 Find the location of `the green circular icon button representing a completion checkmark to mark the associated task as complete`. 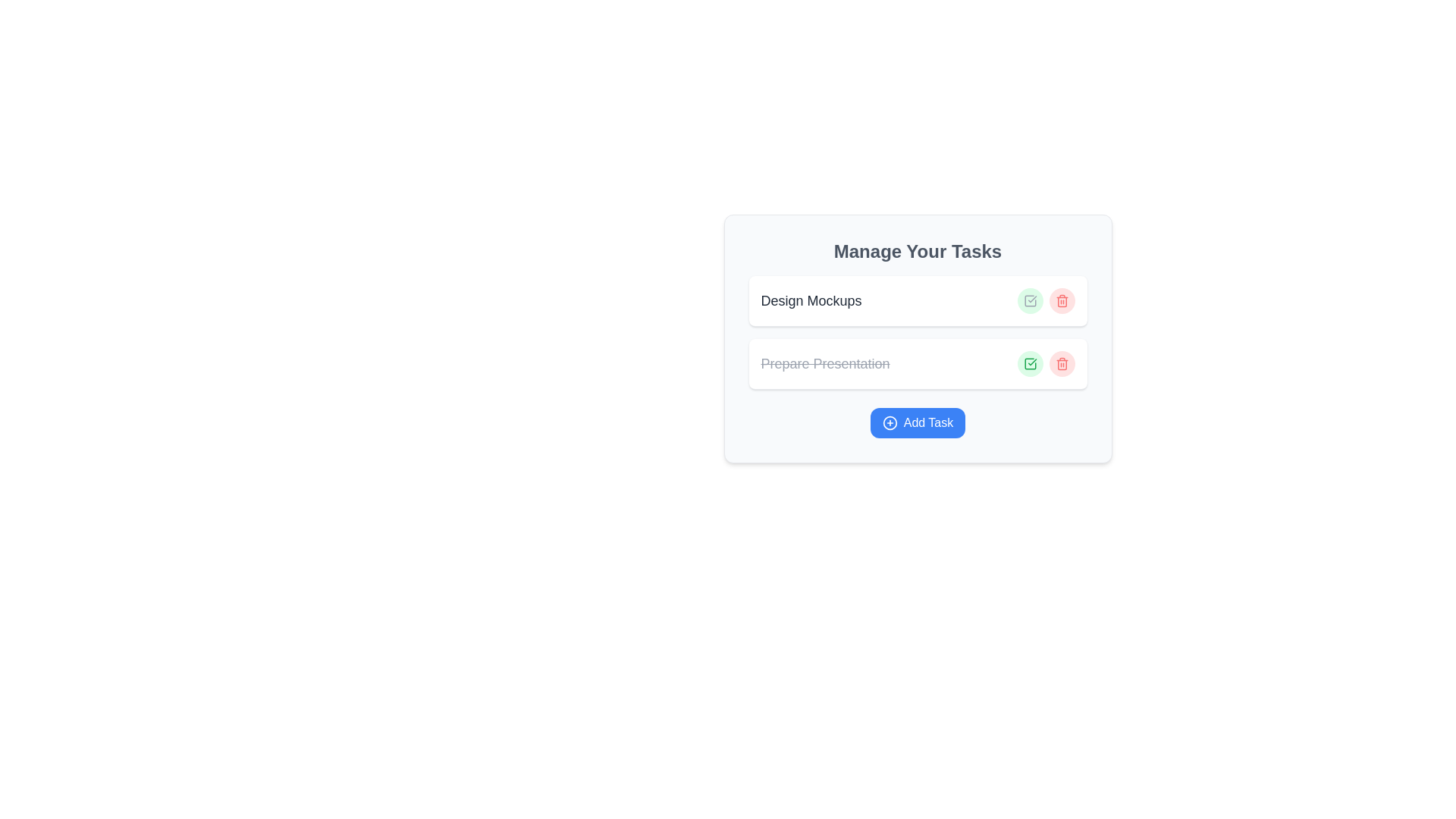

the green circular icon button representing a completion checkmark to mark the associated task as complete is located at coordinates (1030, 363).